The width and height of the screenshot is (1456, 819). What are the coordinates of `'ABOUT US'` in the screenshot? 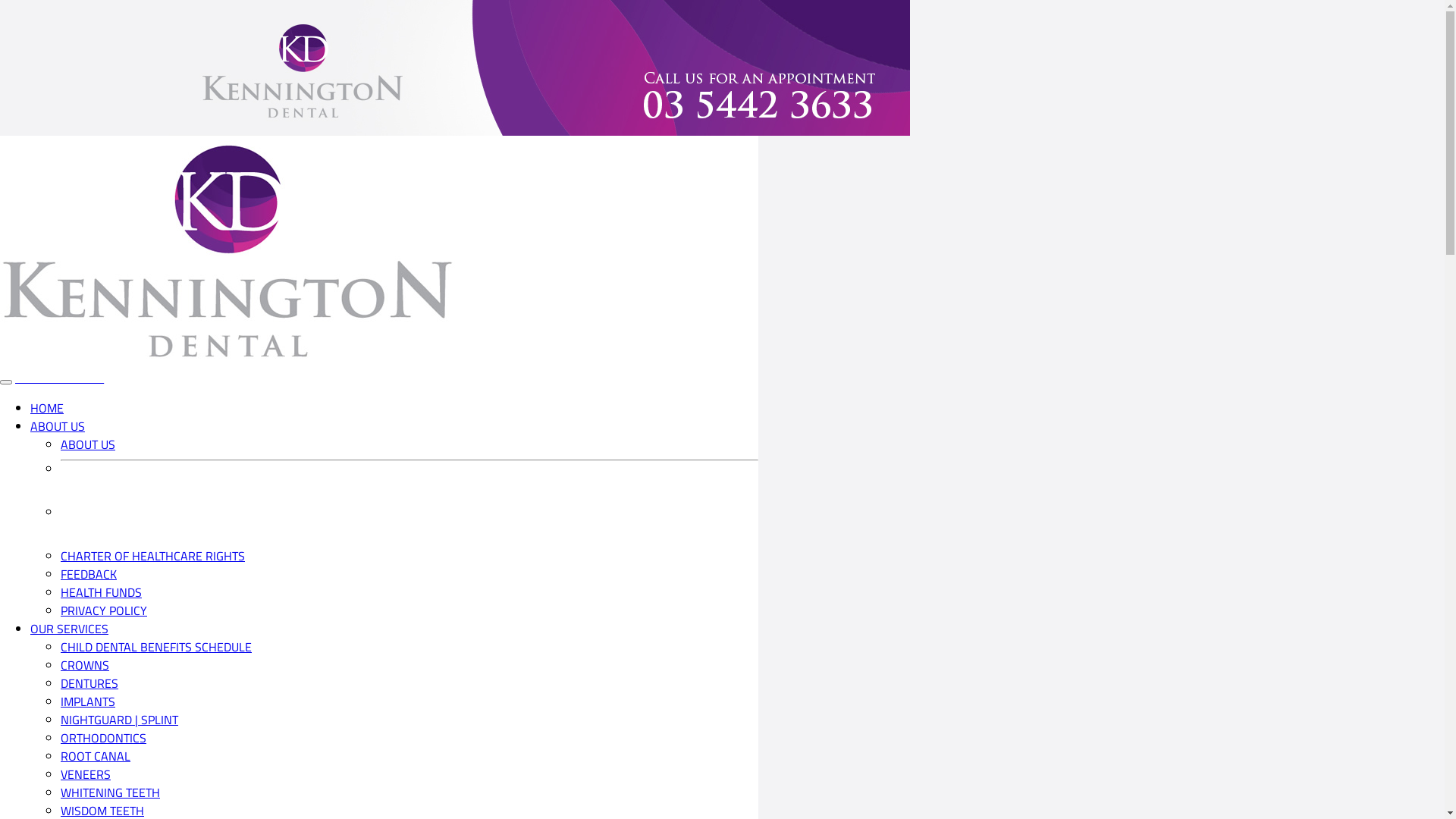 It's located at (58, 426).